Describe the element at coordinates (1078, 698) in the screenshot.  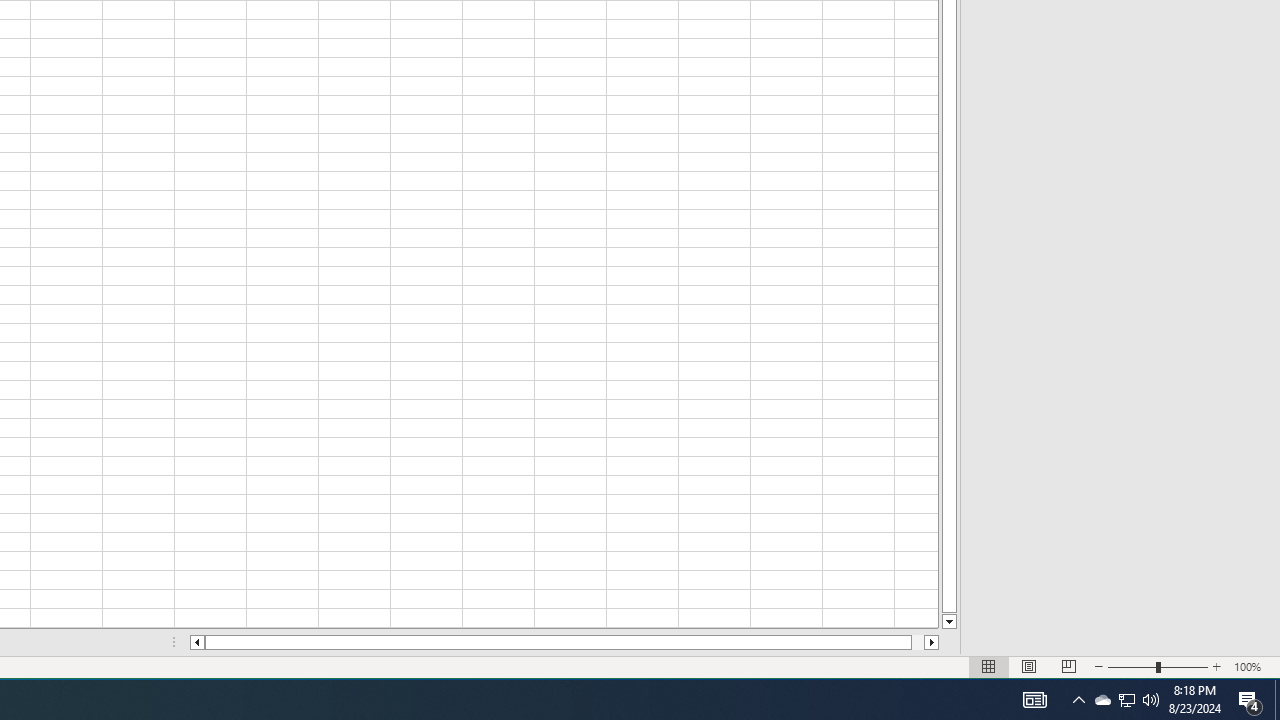
I see `'AutomationID: 4105'` at that location.